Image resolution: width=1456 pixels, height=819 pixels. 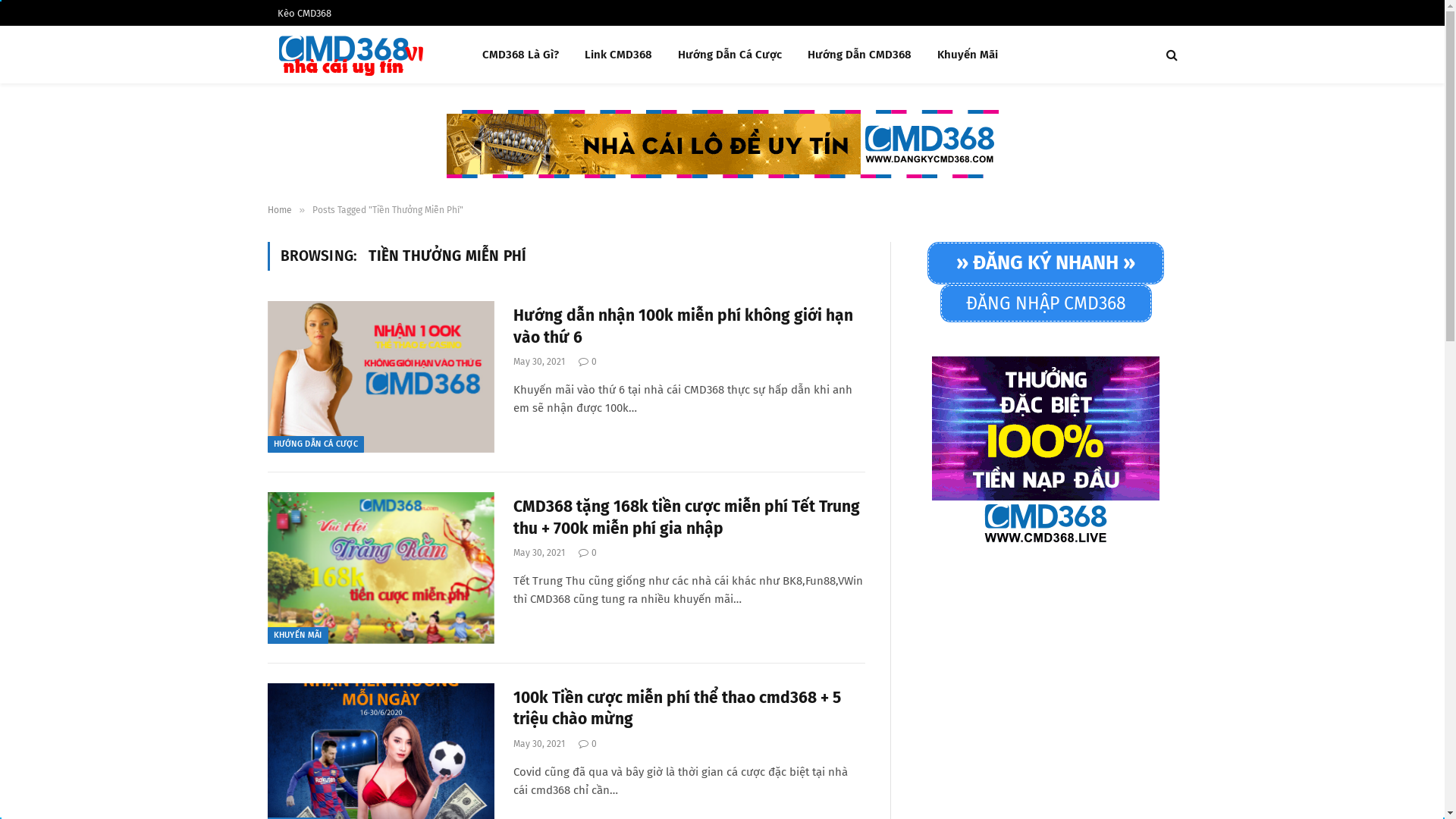 I want to click on 'Search', so click(x=1169, y=54).